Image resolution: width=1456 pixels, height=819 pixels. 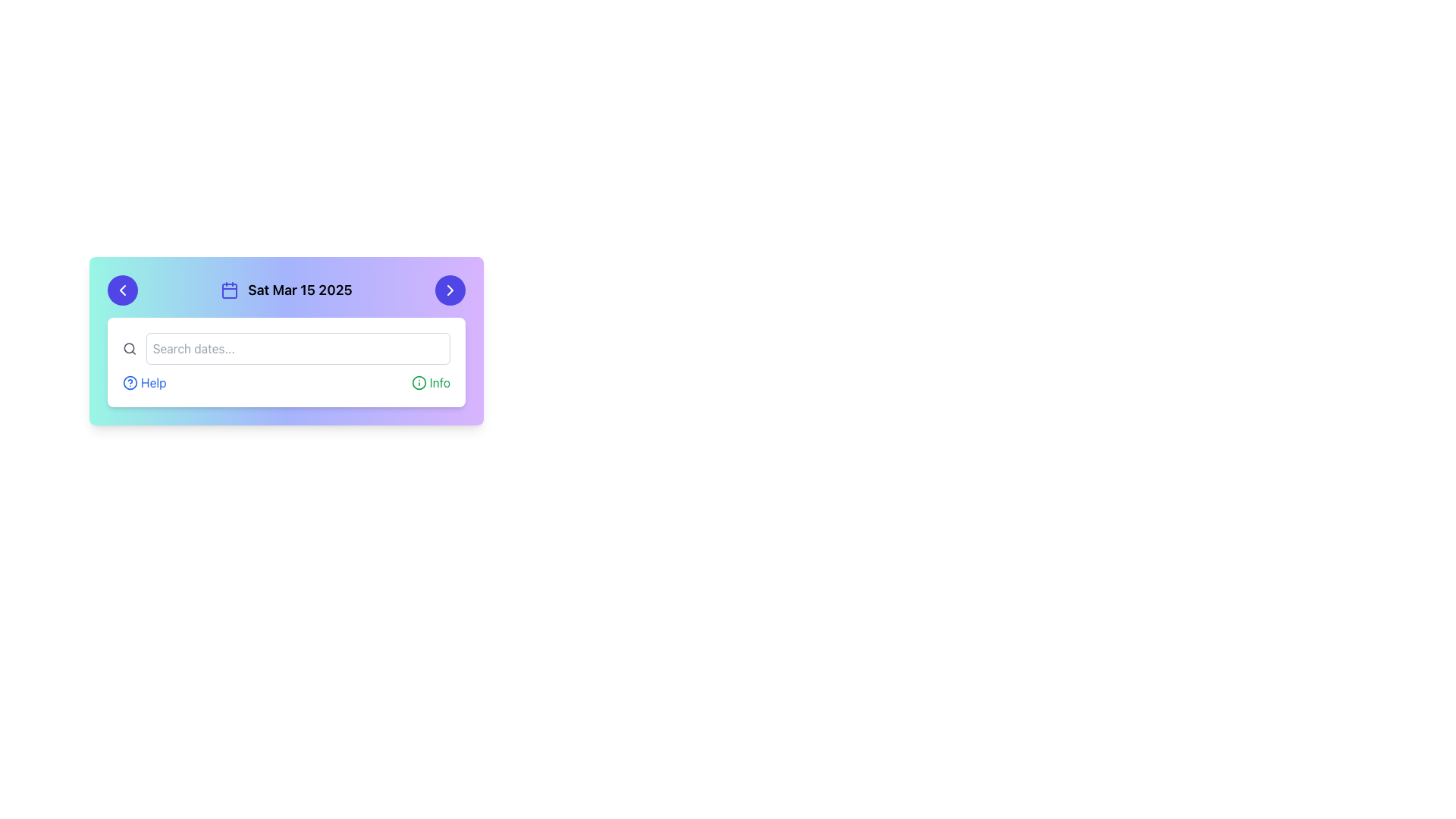 I want to click on the Label that displays the selected date, located at the center of the horizontal bar above the search area, so click(x=287, y=290).